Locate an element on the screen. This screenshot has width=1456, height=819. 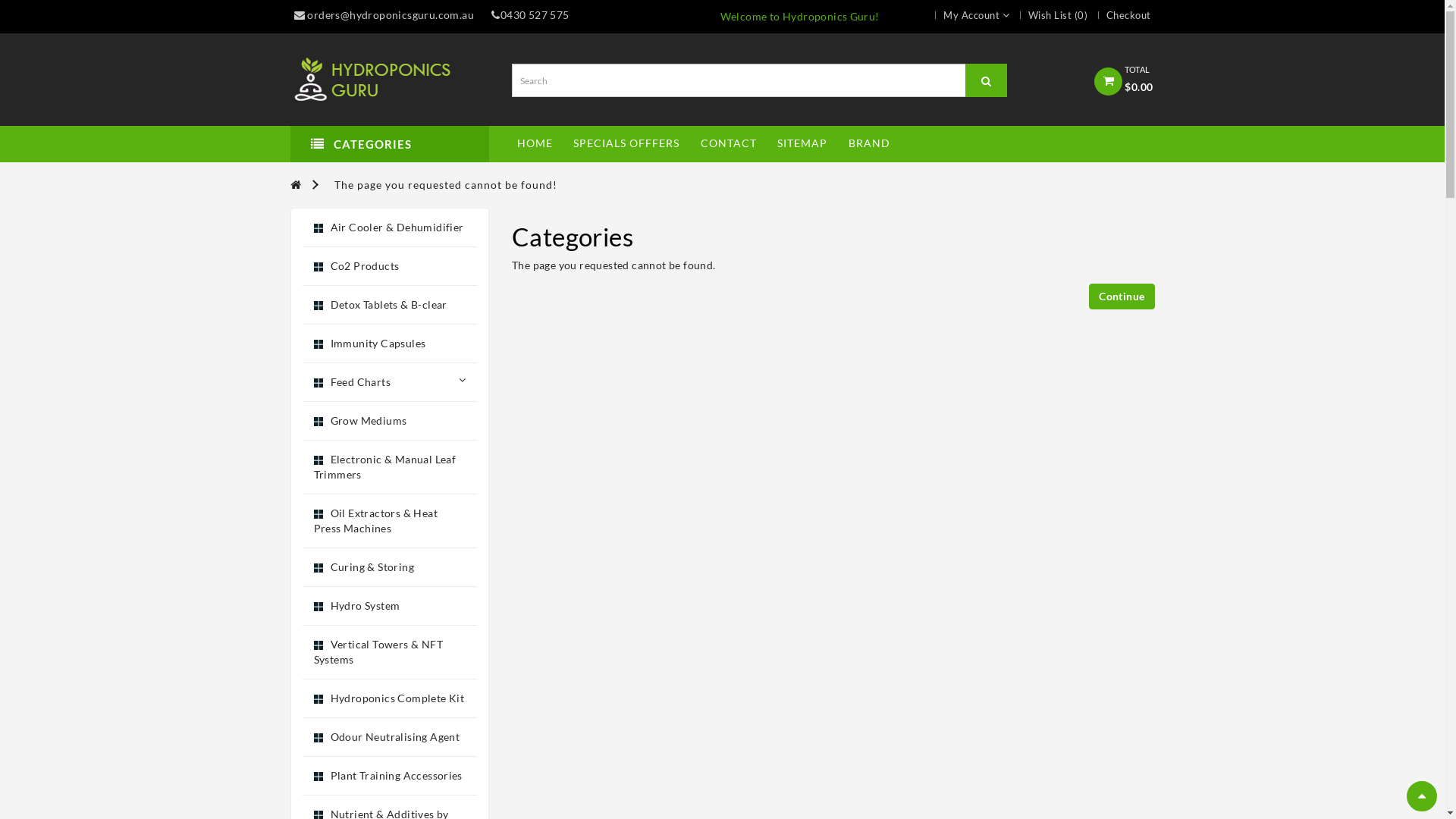
'Hydroponics Guru' is located at coordinates (290, 79).